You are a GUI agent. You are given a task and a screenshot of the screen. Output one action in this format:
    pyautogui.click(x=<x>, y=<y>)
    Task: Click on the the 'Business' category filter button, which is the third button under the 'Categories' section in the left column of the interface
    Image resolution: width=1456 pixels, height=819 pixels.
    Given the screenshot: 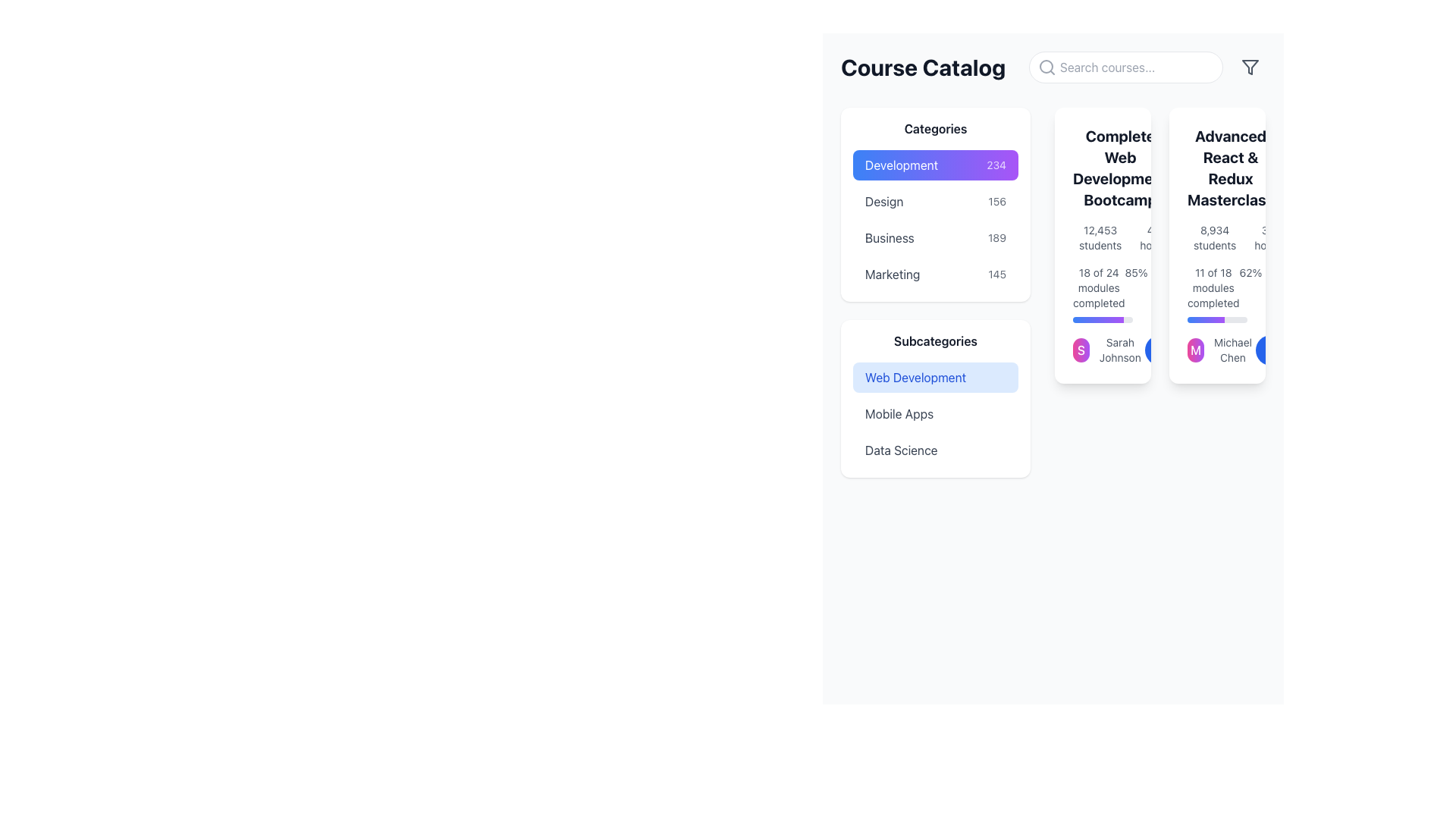 What is the action you would take?
    pyautogui.click(x=934, y=237)
    